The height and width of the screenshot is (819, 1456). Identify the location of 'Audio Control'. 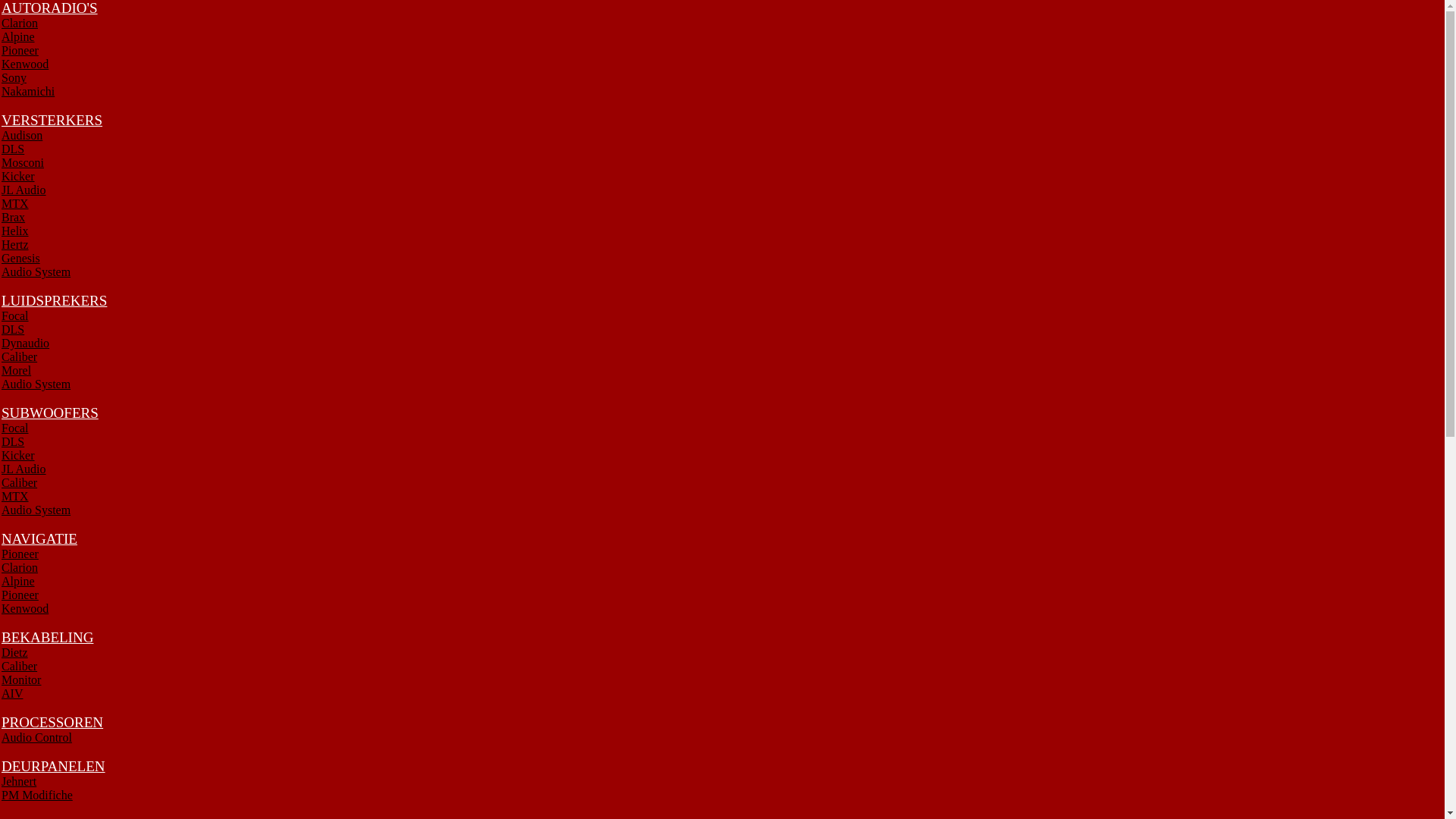
(1, 736).